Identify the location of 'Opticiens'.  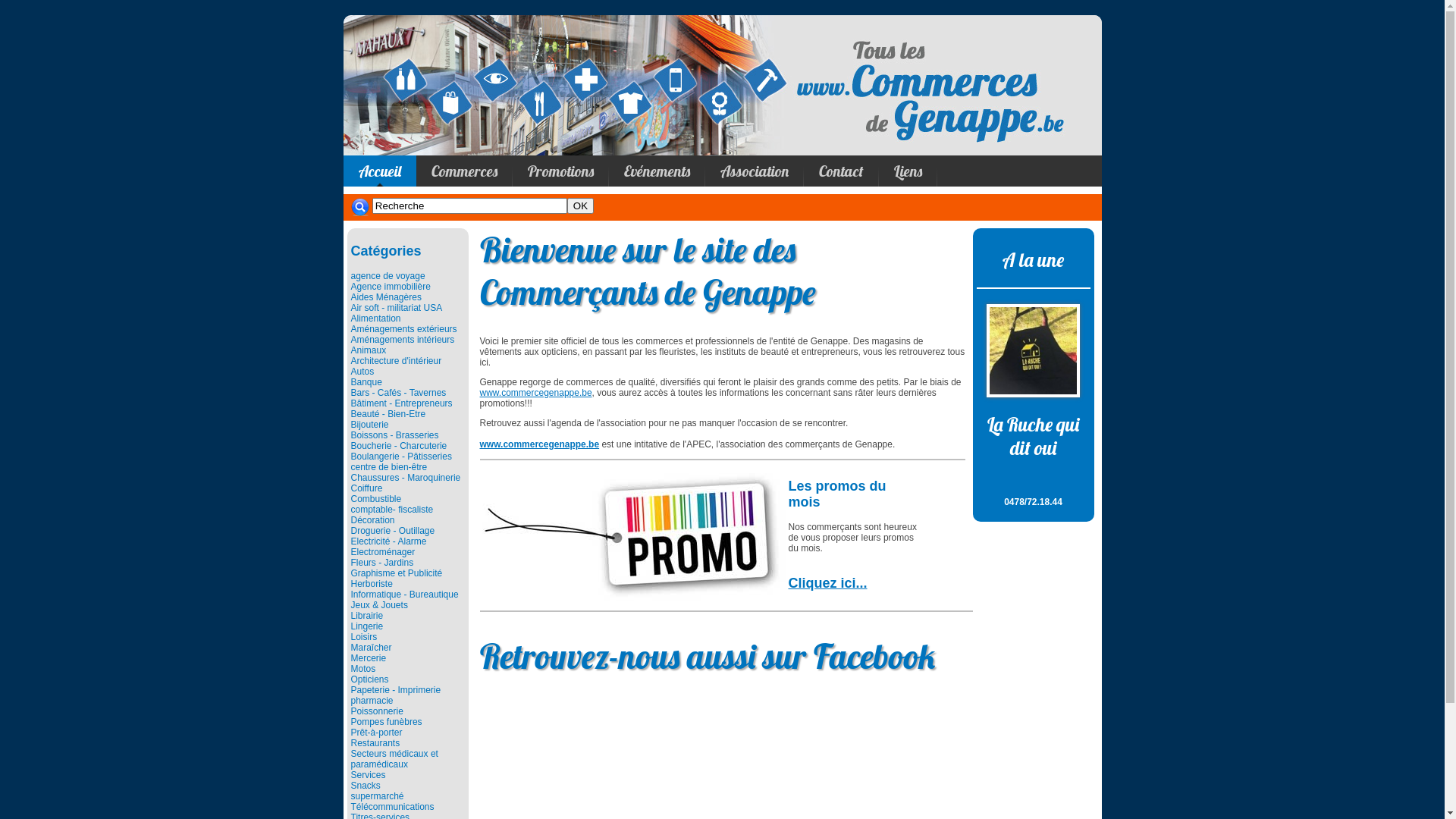
(369, 678).